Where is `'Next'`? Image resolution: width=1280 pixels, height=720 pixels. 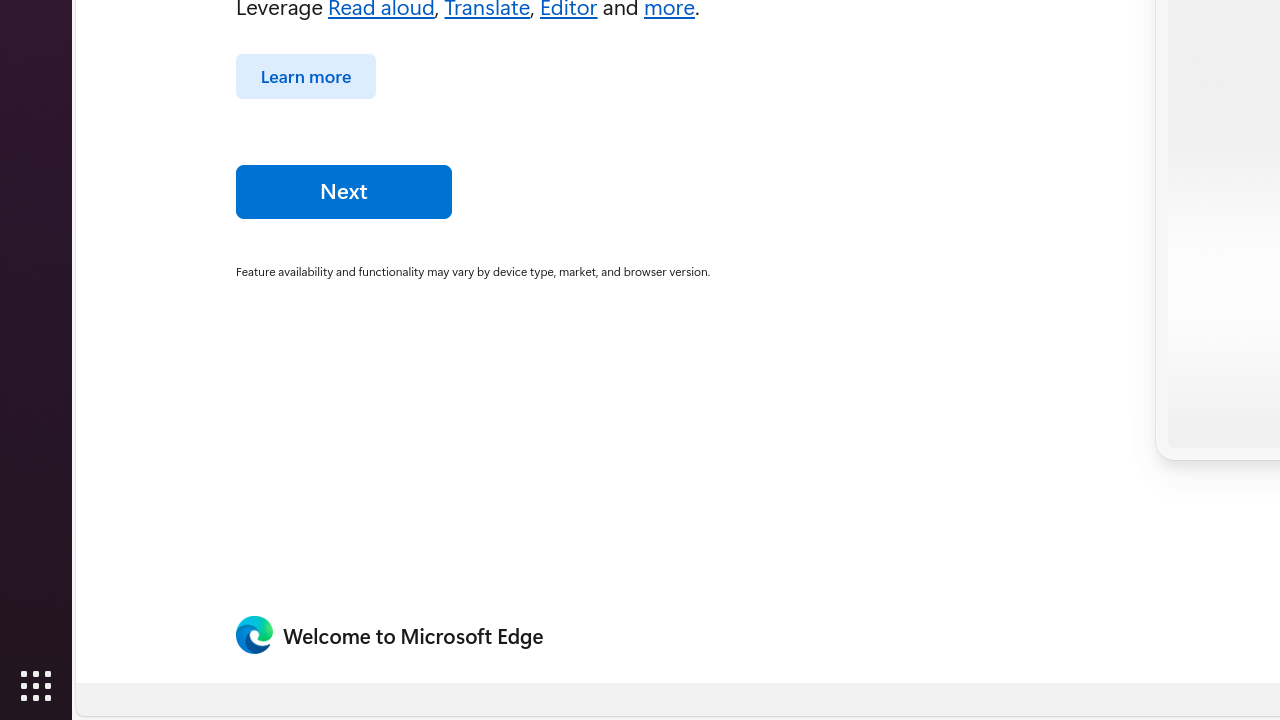
'Next' is located at coordinates (344, 191).